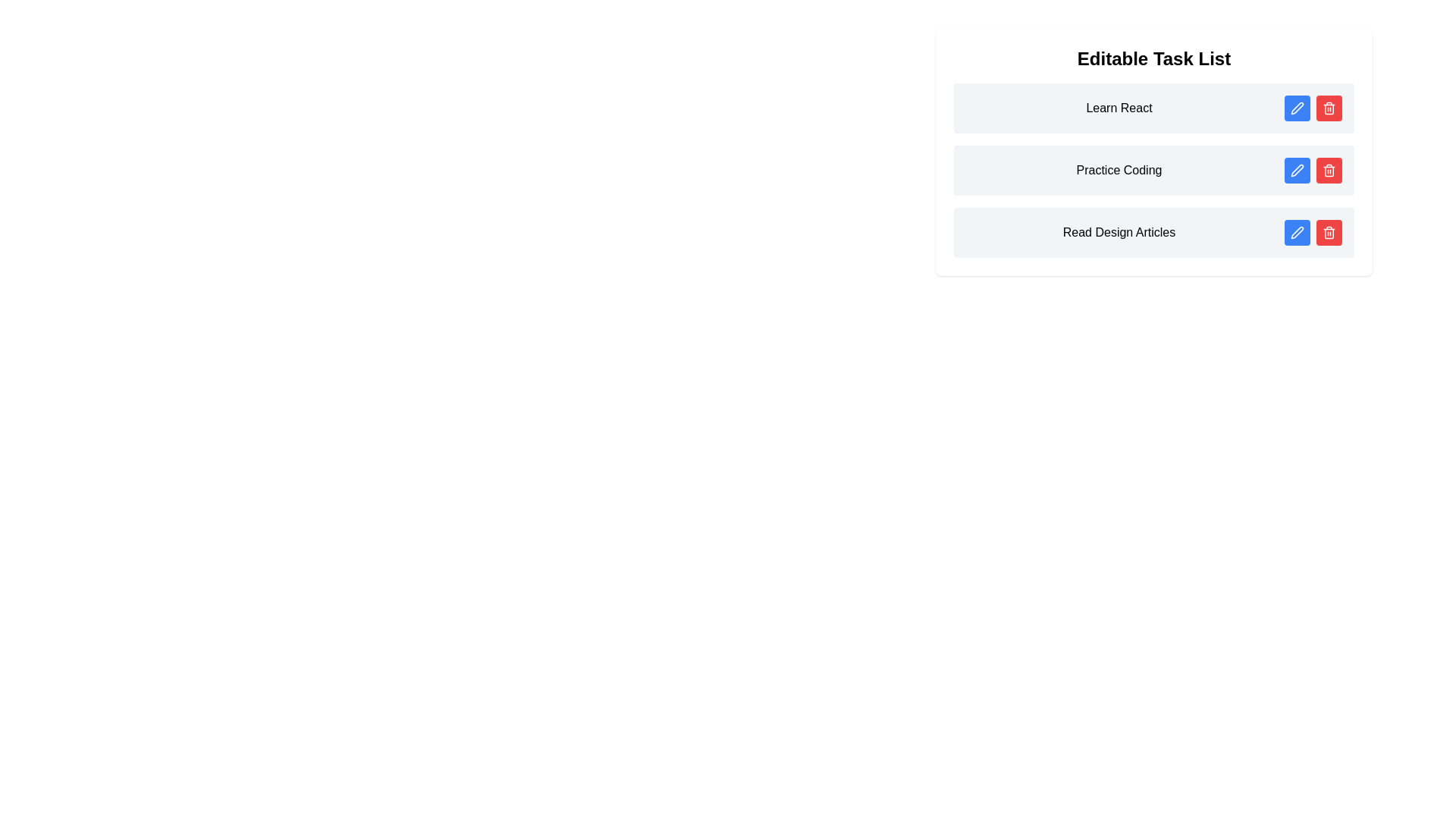  Describe the element at coordinates (1153, 107) in the screenshot. I see `task's name 'Learn React' from the topmost entry in the vertical task list, which includes action buttons for editing or deleting the task` at that location.